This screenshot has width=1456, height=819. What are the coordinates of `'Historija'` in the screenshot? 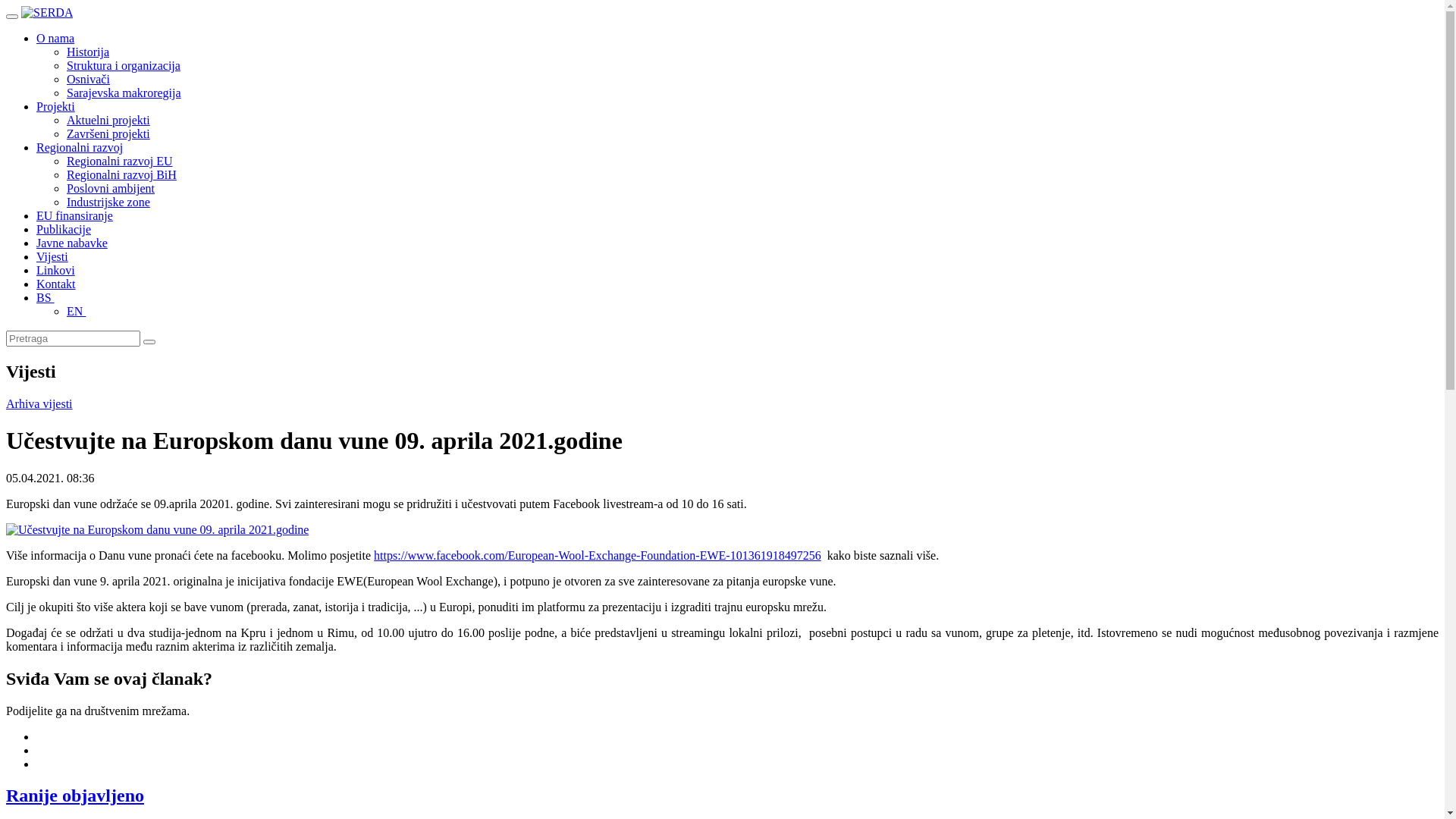 It's located at (86, 51).